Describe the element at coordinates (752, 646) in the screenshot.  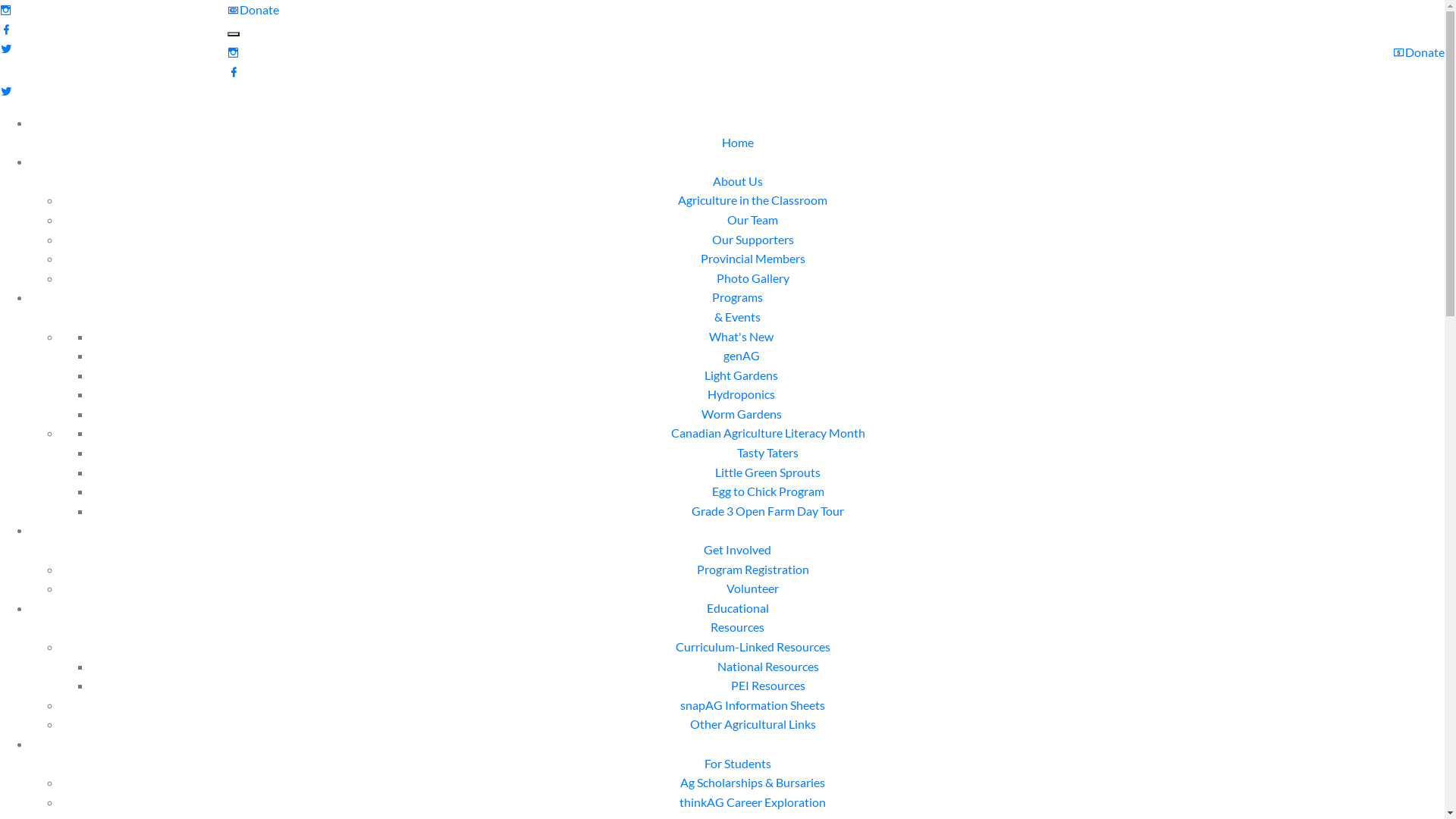
I see `'Curriculum-Linked Resources'` at that location.